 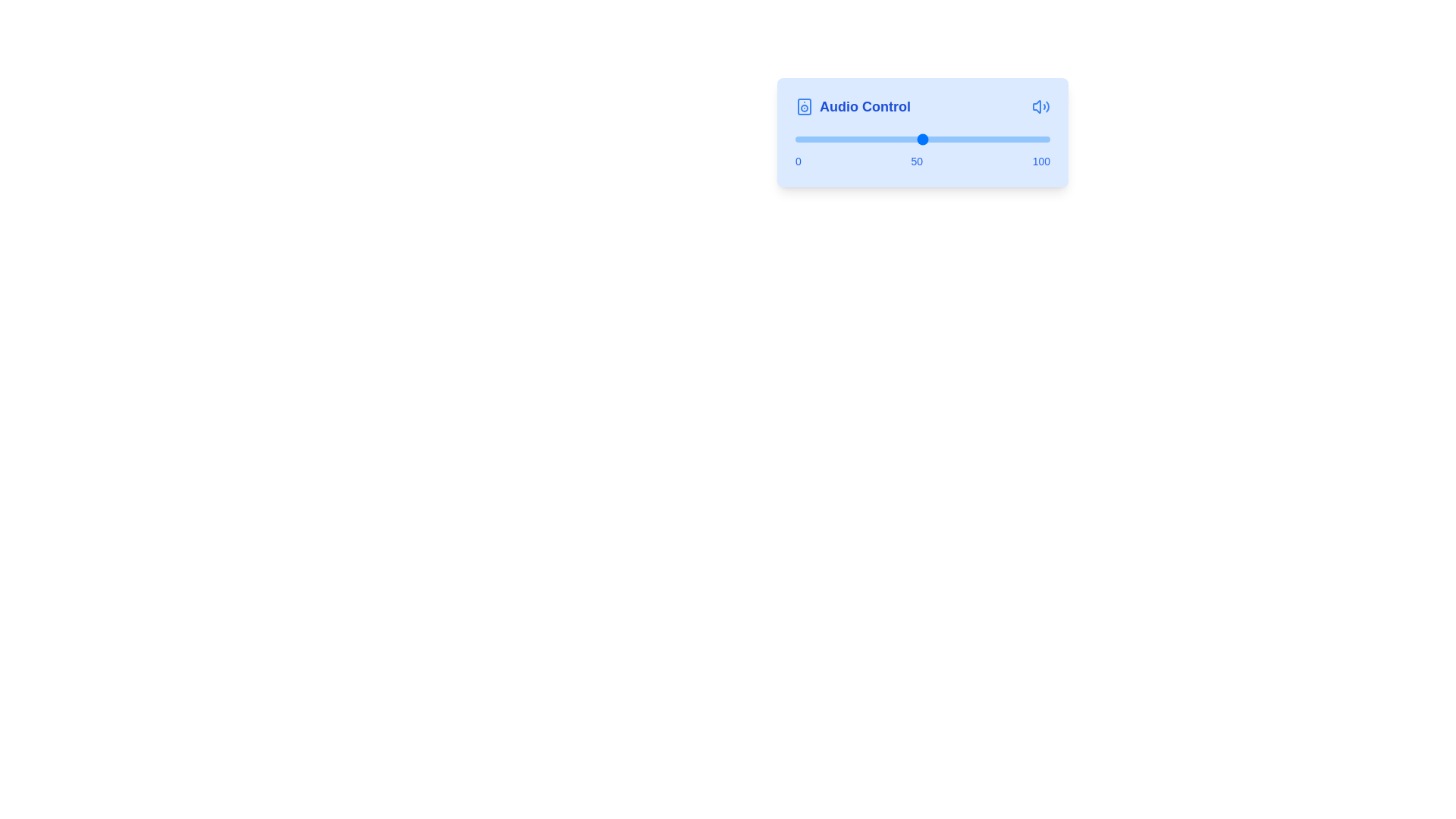 I want to click on the 'Audio Control' static text label, which is styled with a large bold font in blue color, located on a blue background within the audio control interface, so click(x=865, y=106).